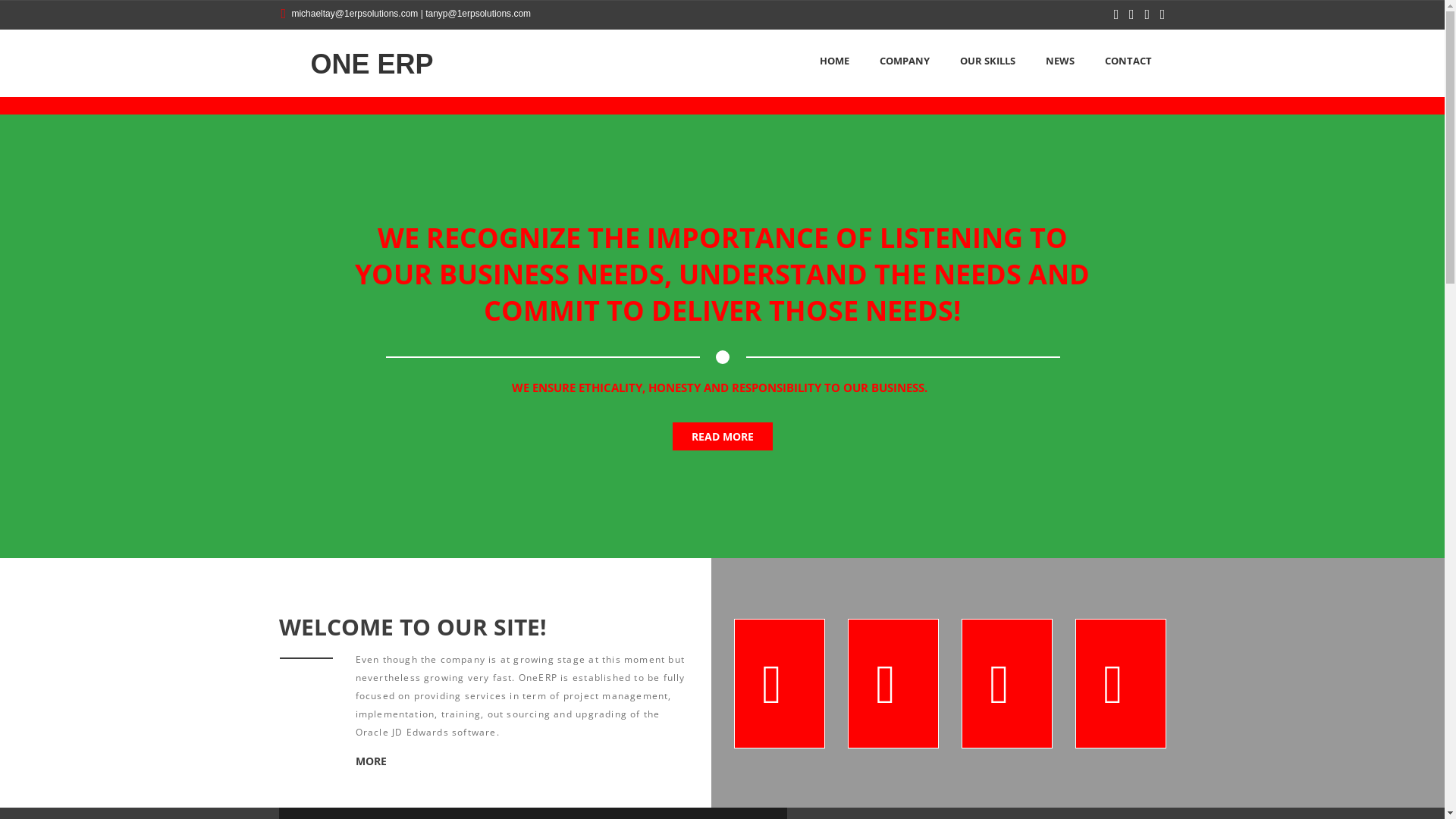 This screenshot has height=819, width=1456. Describe the element at coordinates (356, 63) in the screenshot. I see `'ONE ERP'` at that location.